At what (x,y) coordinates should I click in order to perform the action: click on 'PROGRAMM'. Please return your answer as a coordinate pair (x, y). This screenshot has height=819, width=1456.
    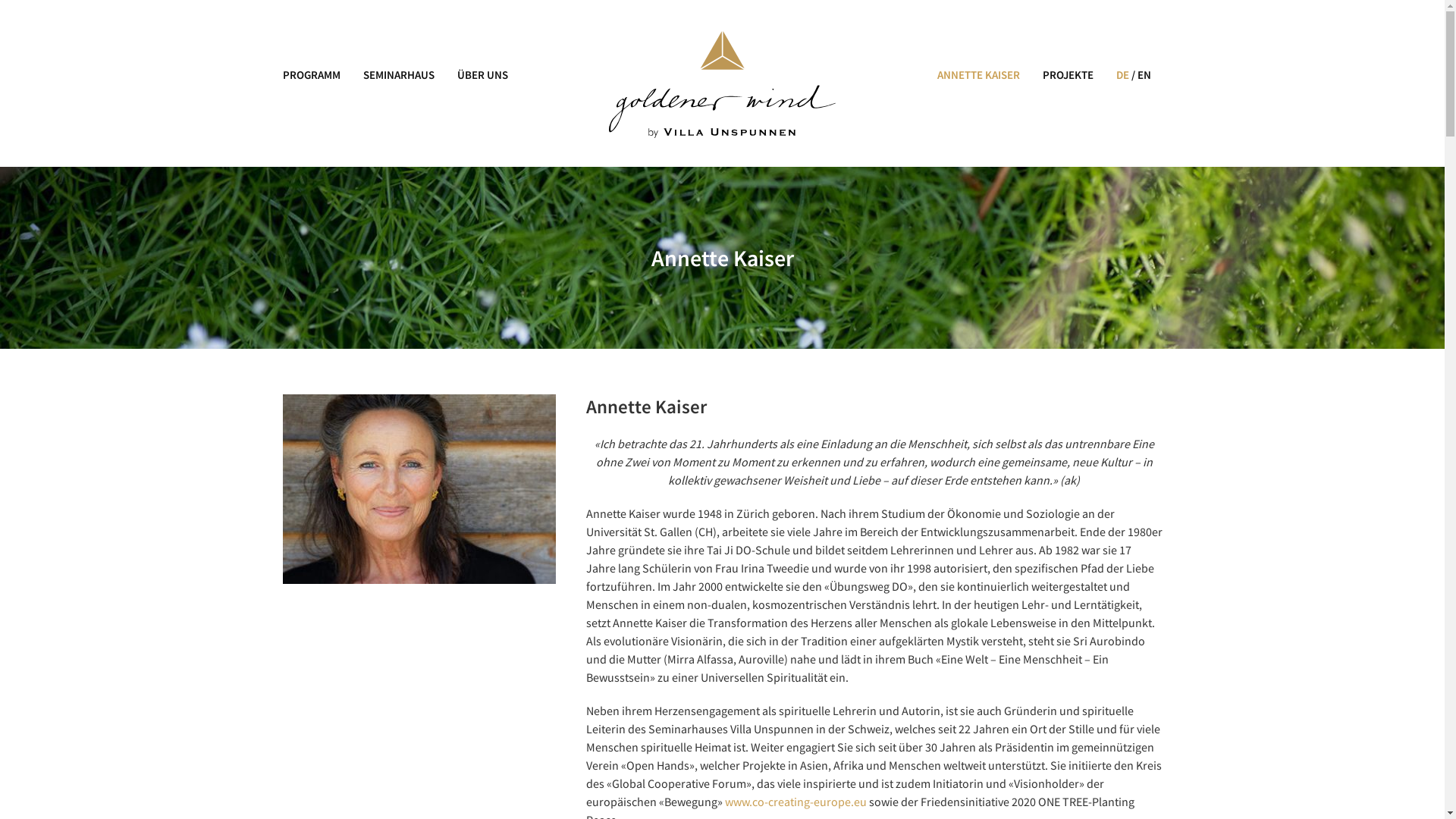
    Looking at the image, I should click on (315, 75).